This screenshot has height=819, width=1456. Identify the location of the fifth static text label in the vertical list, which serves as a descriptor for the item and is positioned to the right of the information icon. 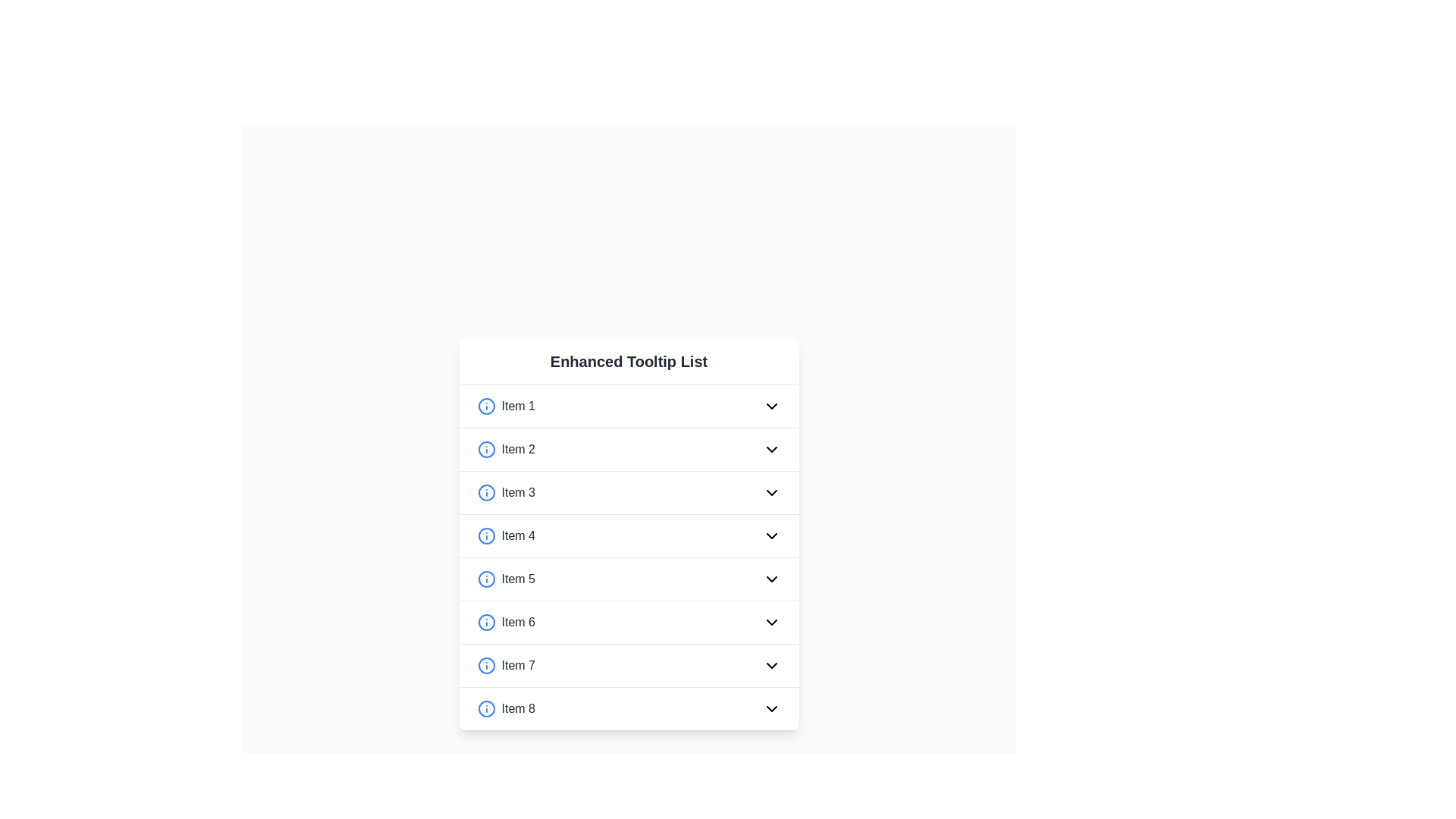
(518, 579).